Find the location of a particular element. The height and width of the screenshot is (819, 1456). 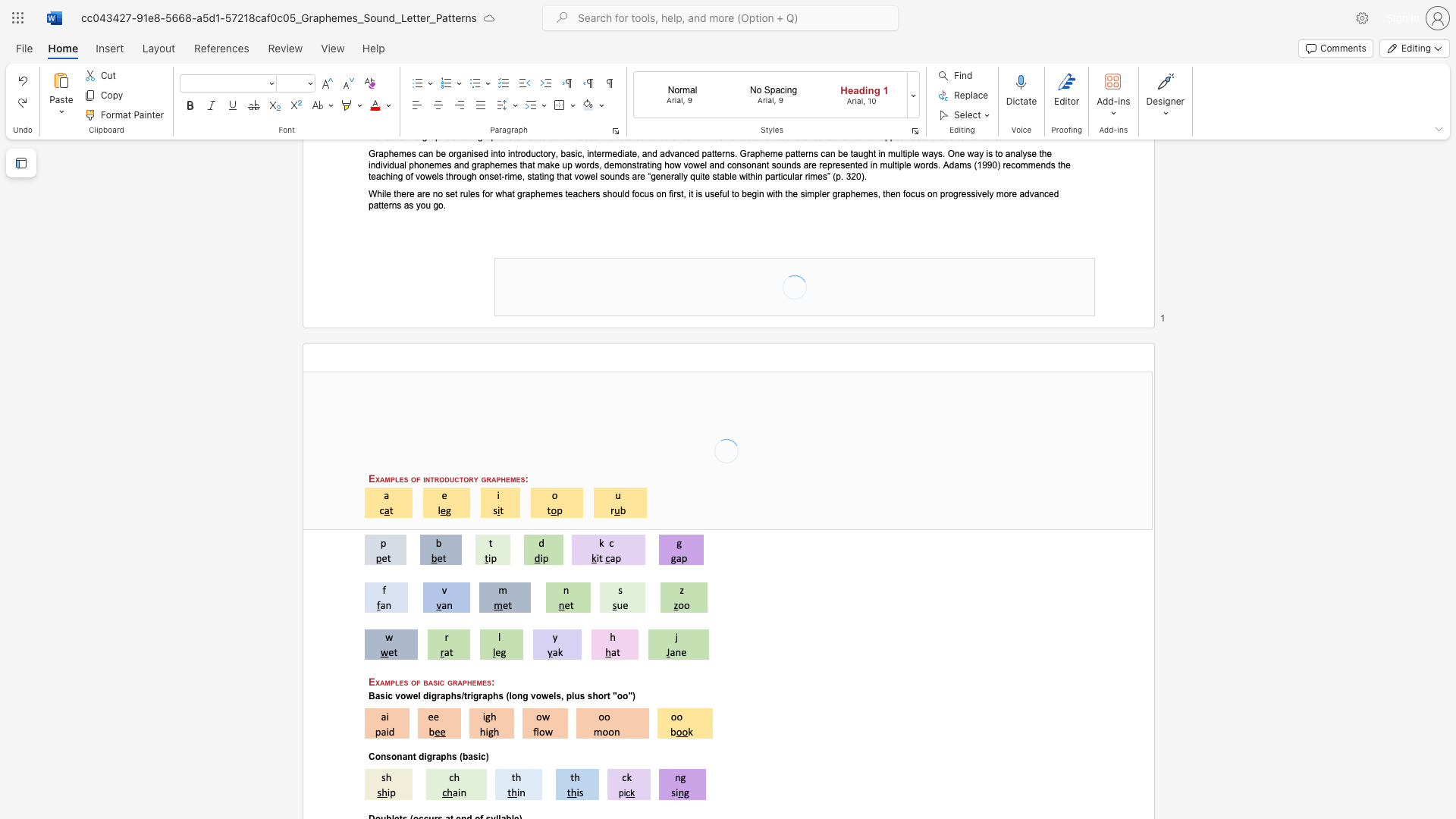

the space between the continuous character """ and "o" in the text is located at coordinates (617, 696).